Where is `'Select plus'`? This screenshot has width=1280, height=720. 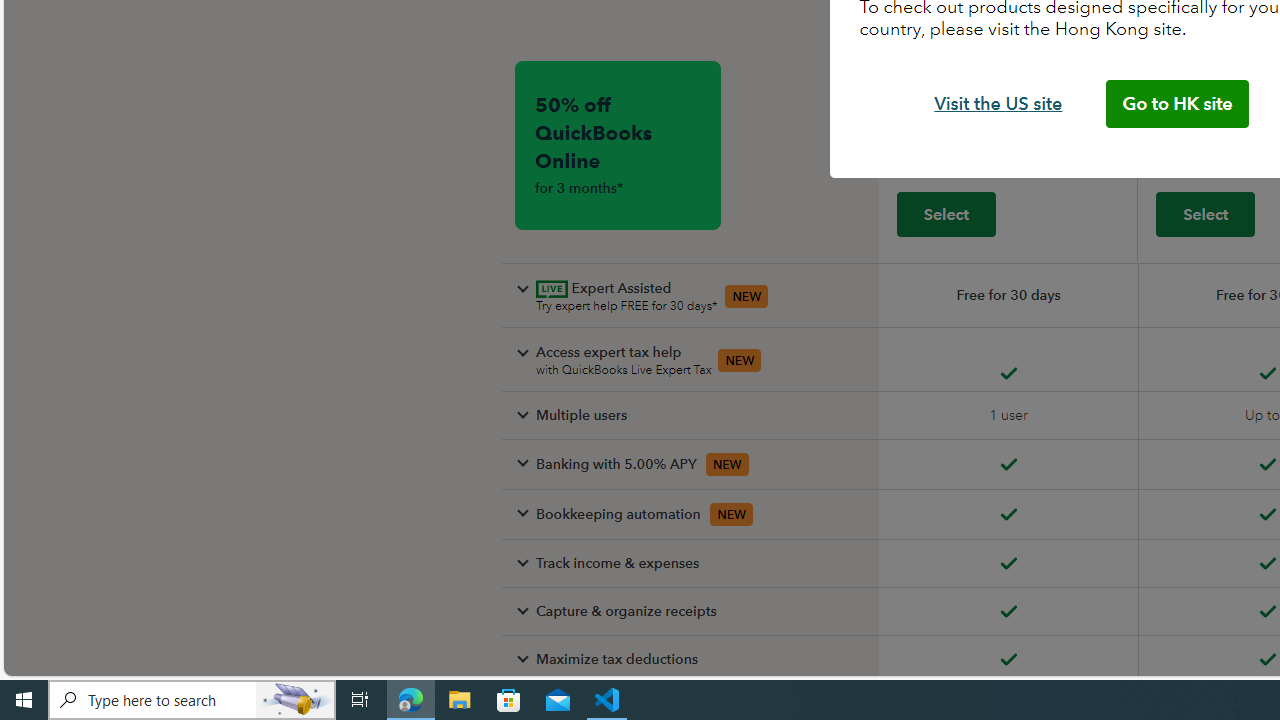 'Select plus' is located at coordinates (1204, 213).